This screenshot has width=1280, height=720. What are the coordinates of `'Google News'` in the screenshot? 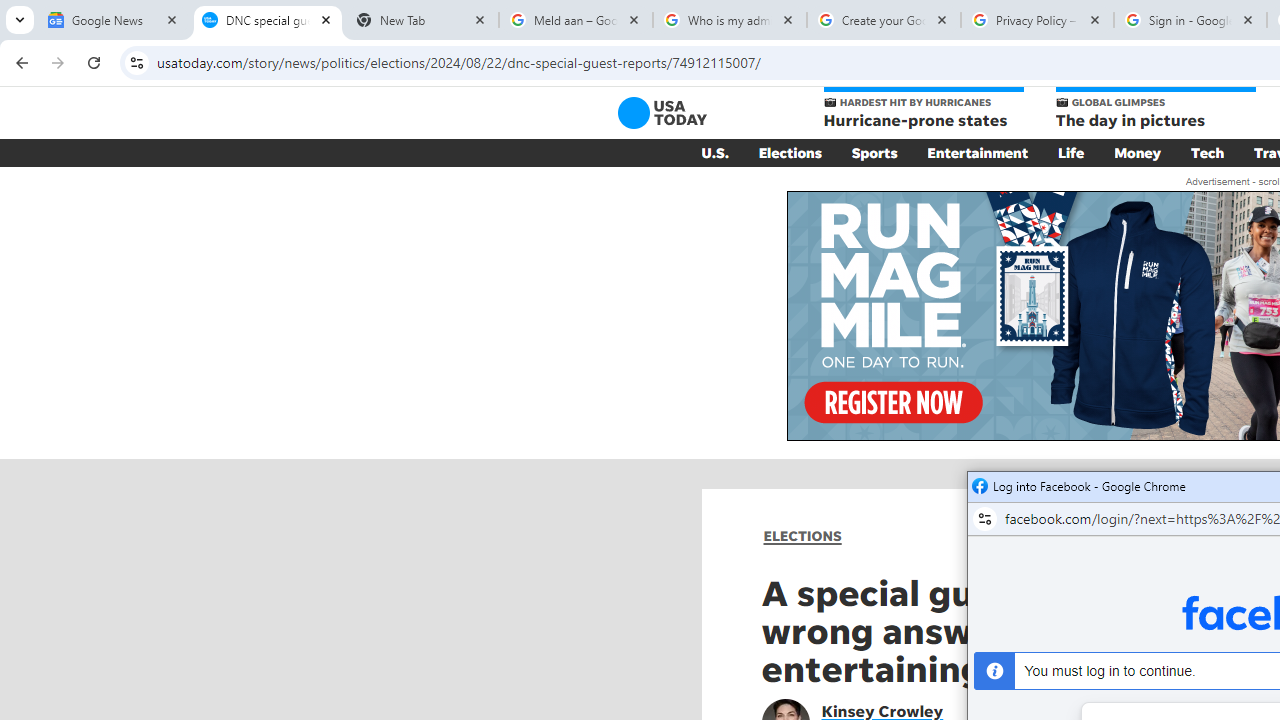 It's located at (112, 20).